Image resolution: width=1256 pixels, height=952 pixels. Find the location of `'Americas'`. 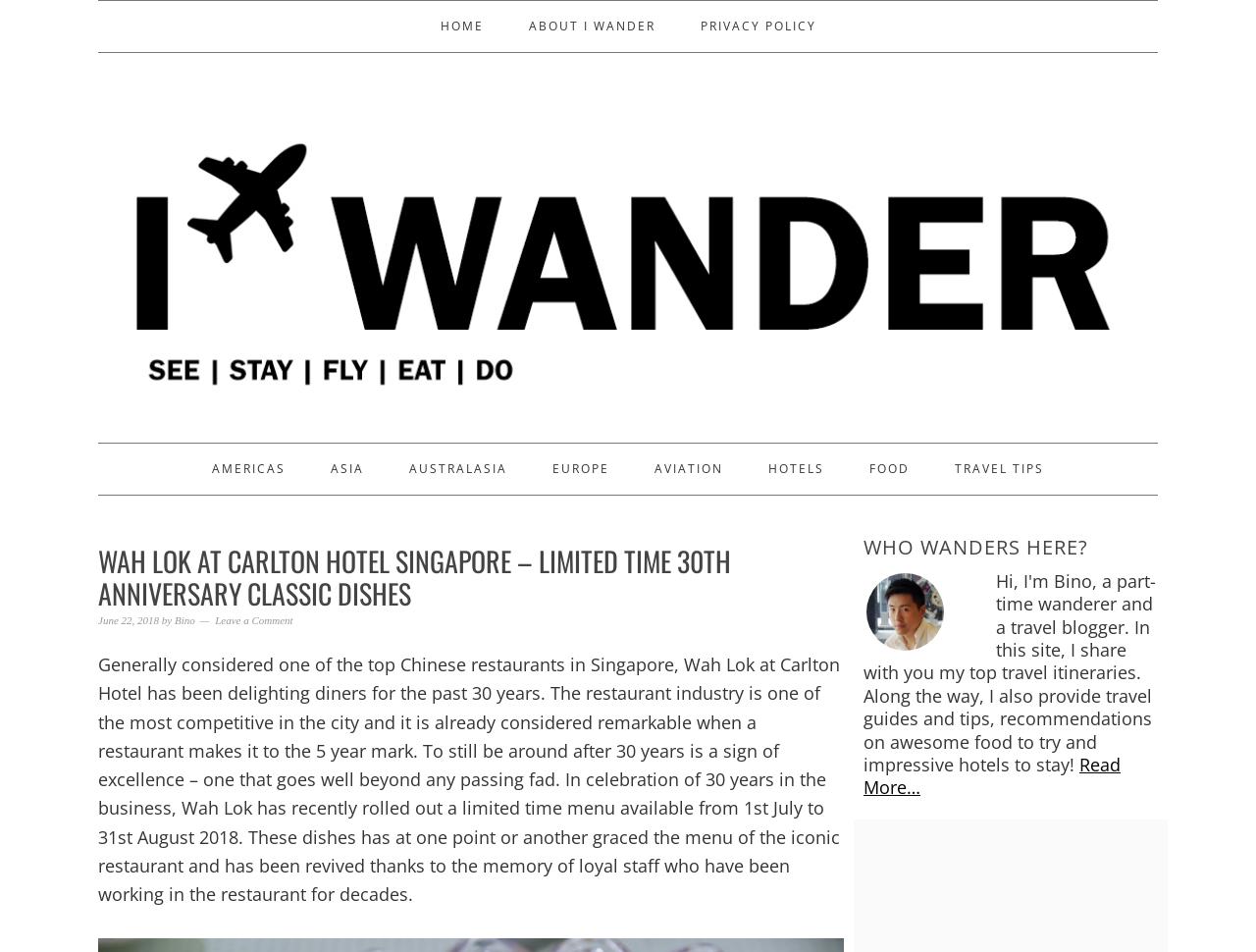

'Americas' is located at coordinates (247, 466).